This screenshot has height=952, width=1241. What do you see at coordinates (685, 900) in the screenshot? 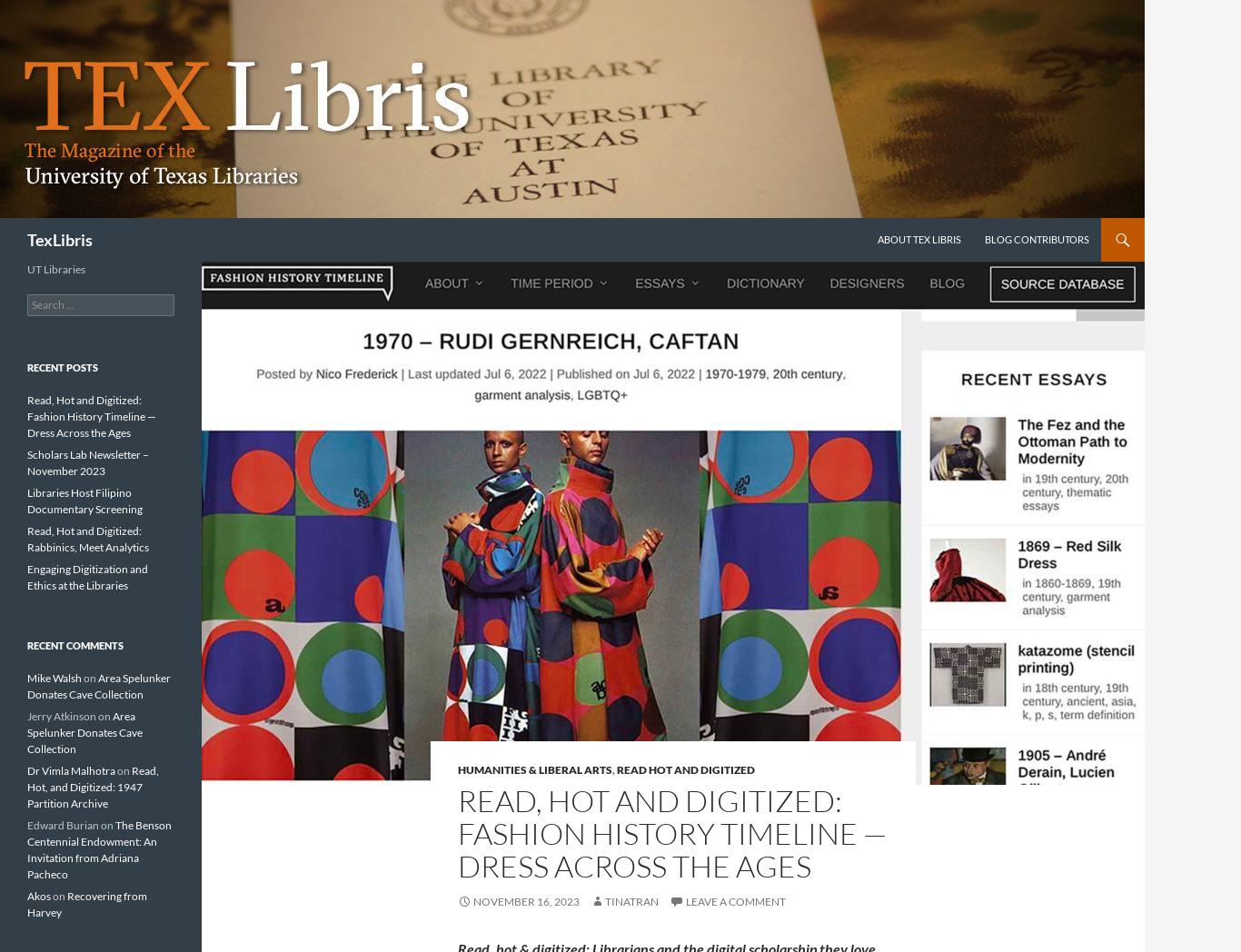
I see `'Leave a comment'` at bounding box center [685, 900].